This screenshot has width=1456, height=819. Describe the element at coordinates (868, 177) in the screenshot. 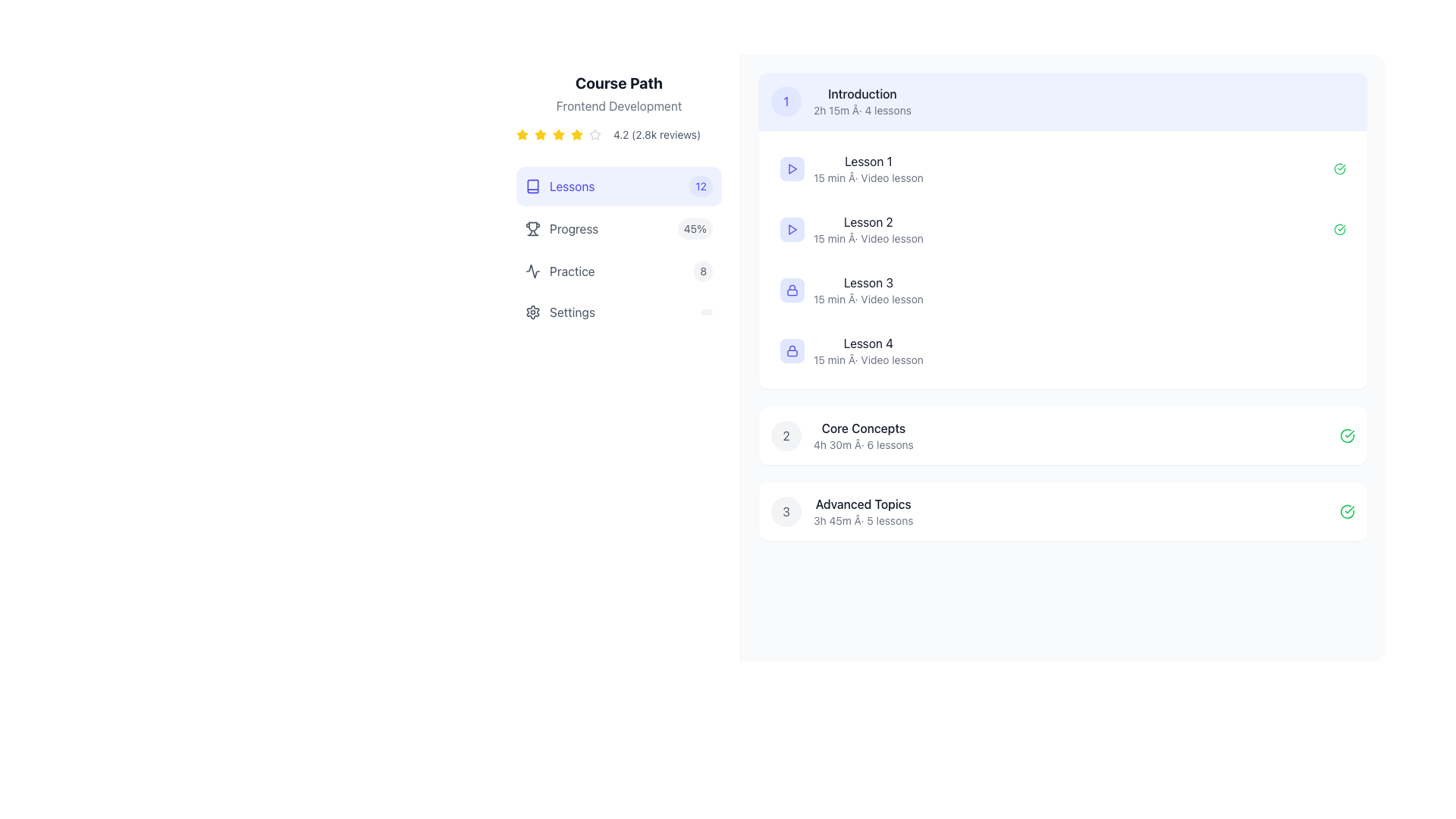

I see `the text label that reads '15 min · Video lesson', which is positioned below the title 'Lesson 1' in the 'Introduction' section of the lessons list` at that location.